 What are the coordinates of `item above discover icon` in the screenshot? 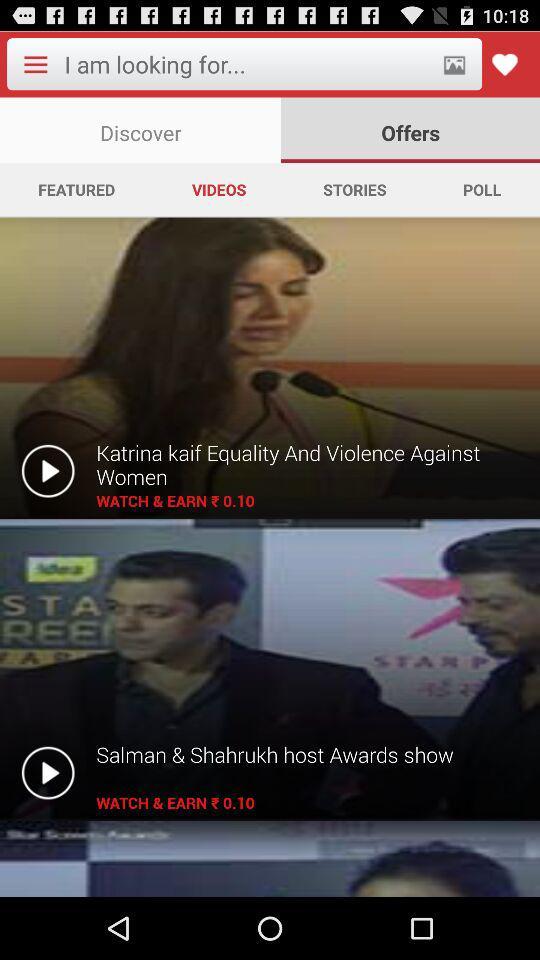 It's located at (35, 64).